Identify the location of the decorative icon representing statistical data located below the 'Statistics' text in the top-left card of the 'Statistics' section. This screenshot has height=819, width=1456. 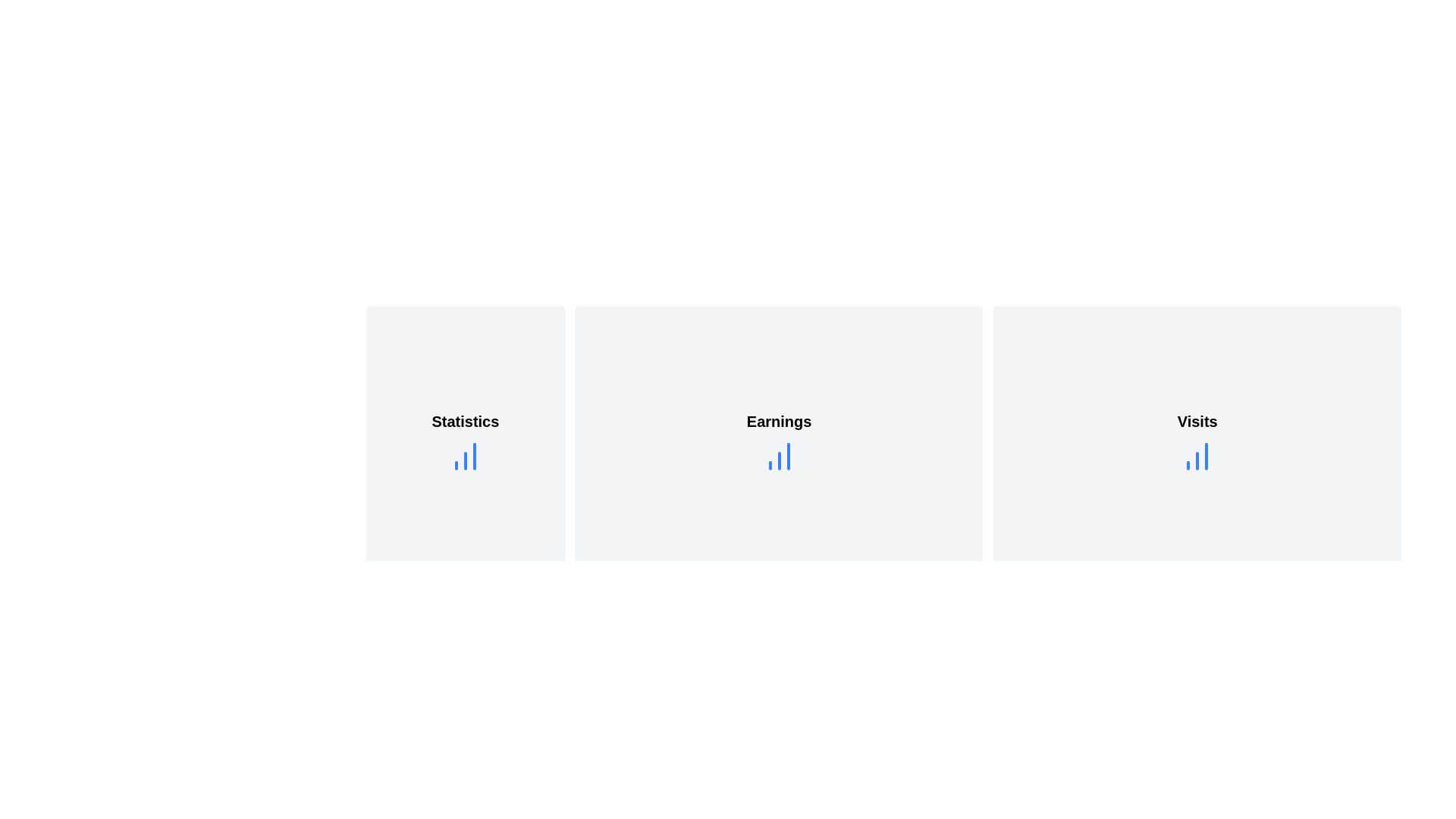
(464, 455).